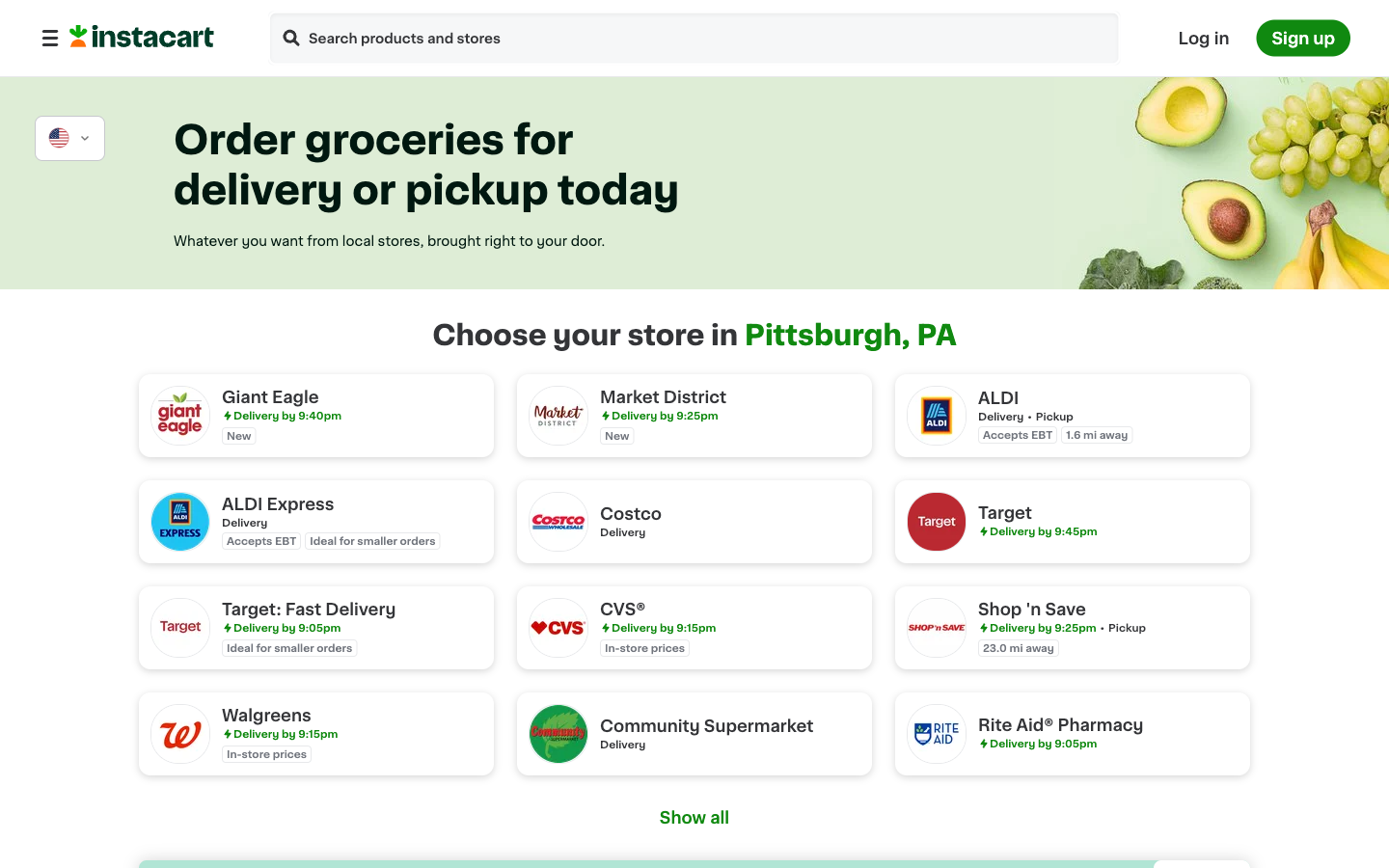  I want to click on Search for a Table Lamp on website, so click(290, 39).